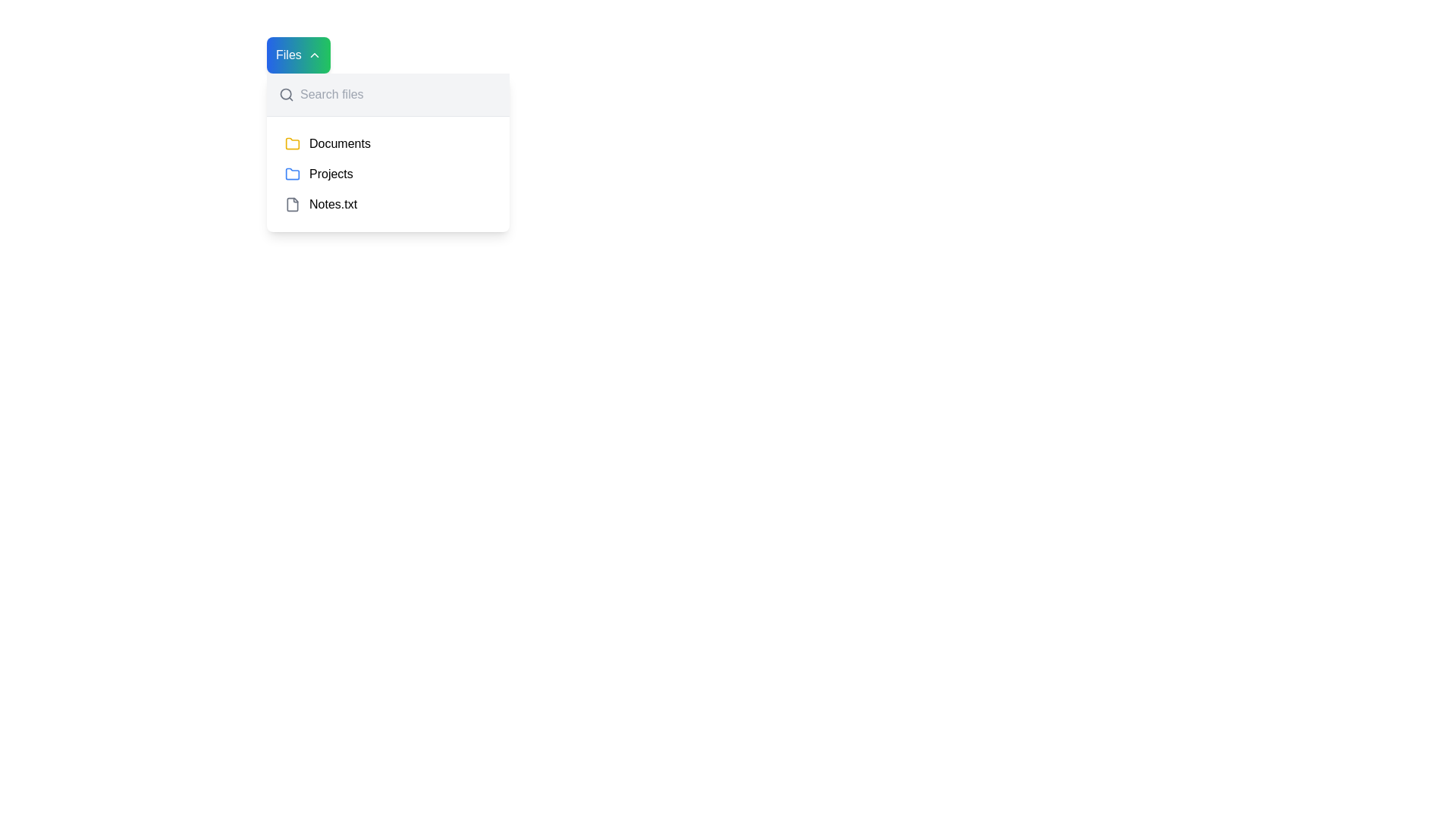  What do you see at coordinates (292, 205) in the screenshot?
I see `the file icon representing 'Notes.txt', which is located at the beginning of the row labeled 'Notes.txt', the third item in a vertical list of files and folders` at bounding box center [292, 205].